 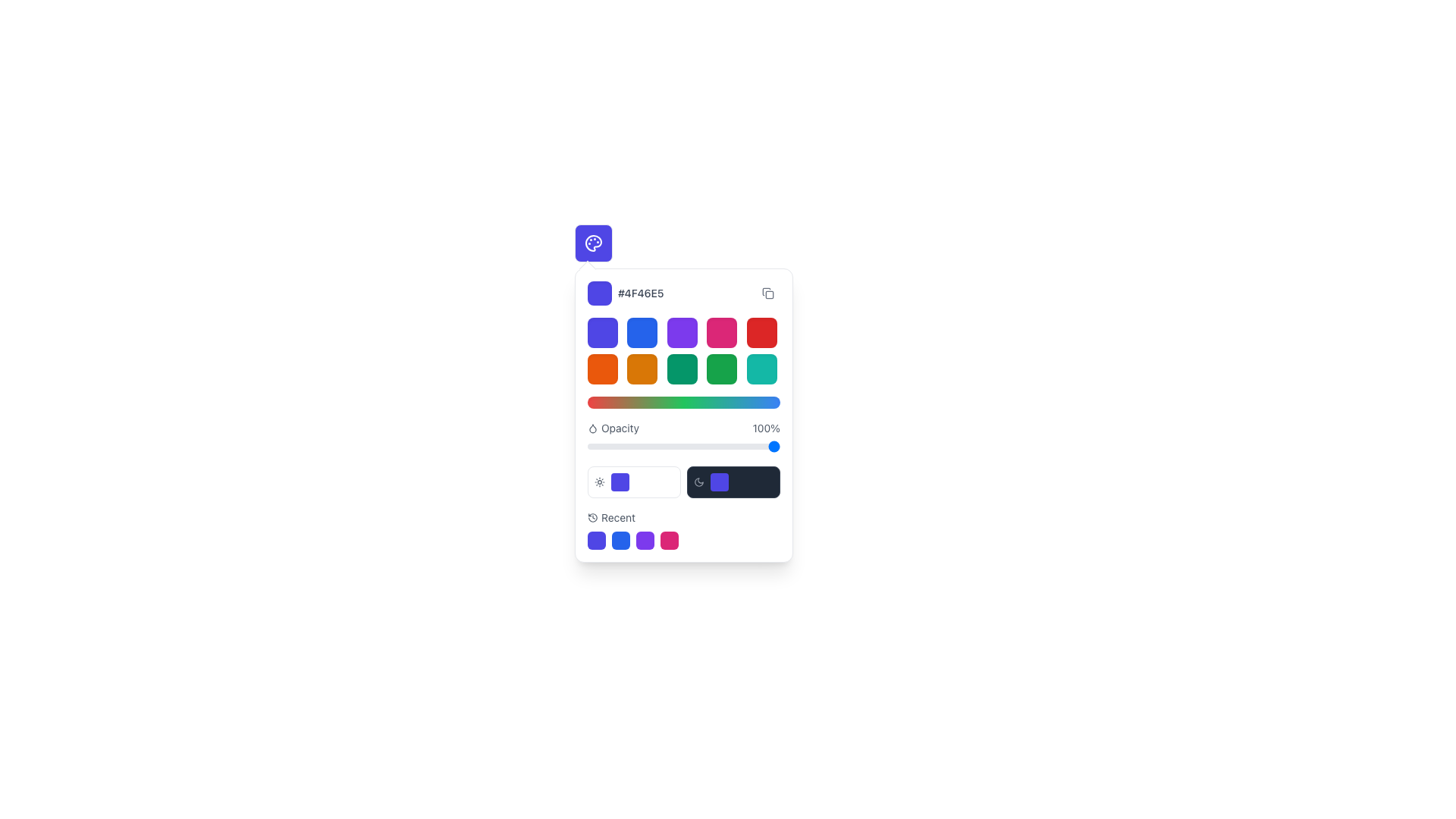 What do you see at coordinates (642, 369) in the screenshot?
I see `the orange square button with rounded corners located in the second row and second column of a 5x2 grid layout` at bounding box center [642, 369].